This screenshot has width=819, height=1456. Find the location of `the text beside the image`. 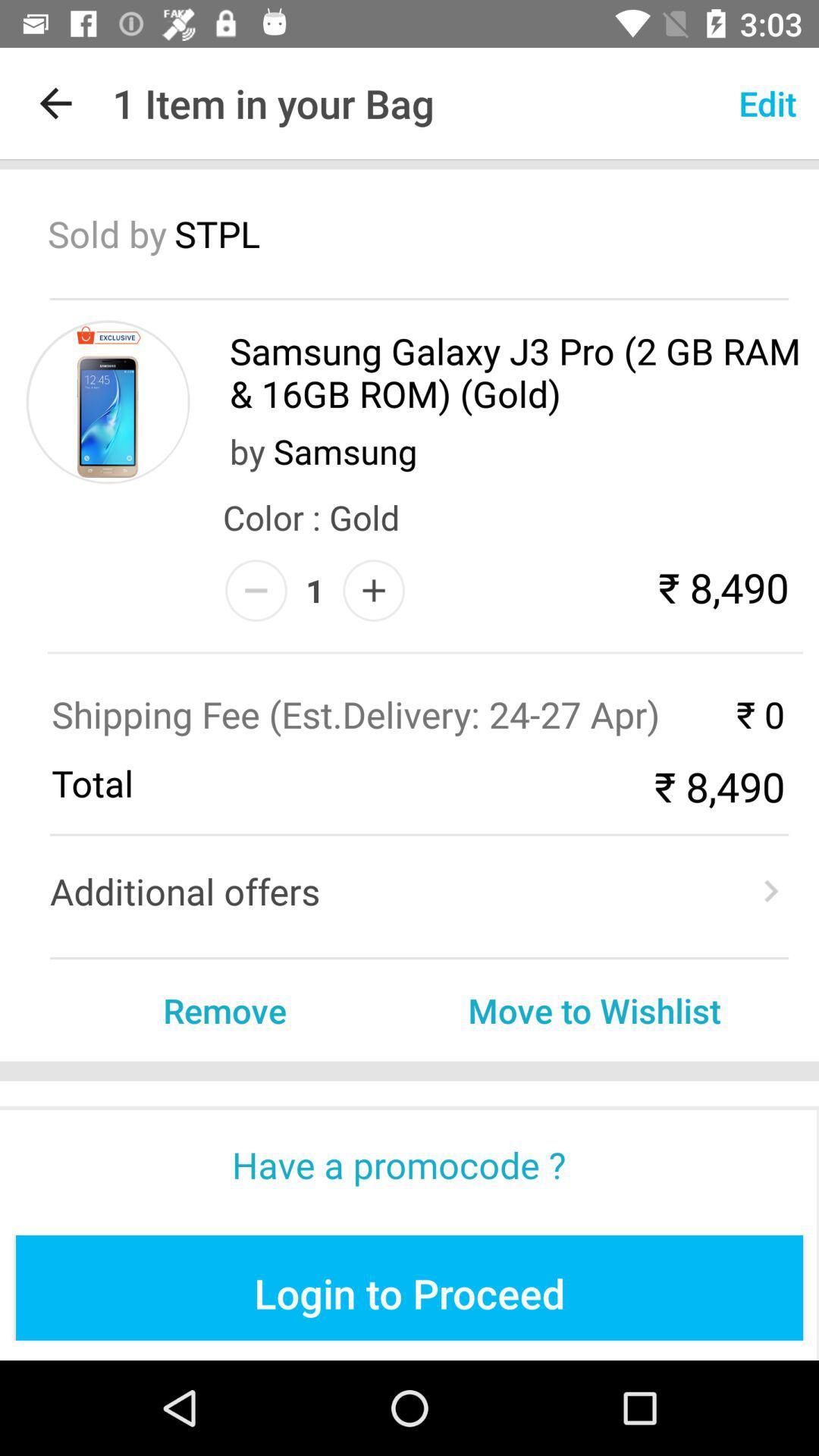

the text beside the image is located at coordinates (516, 372).